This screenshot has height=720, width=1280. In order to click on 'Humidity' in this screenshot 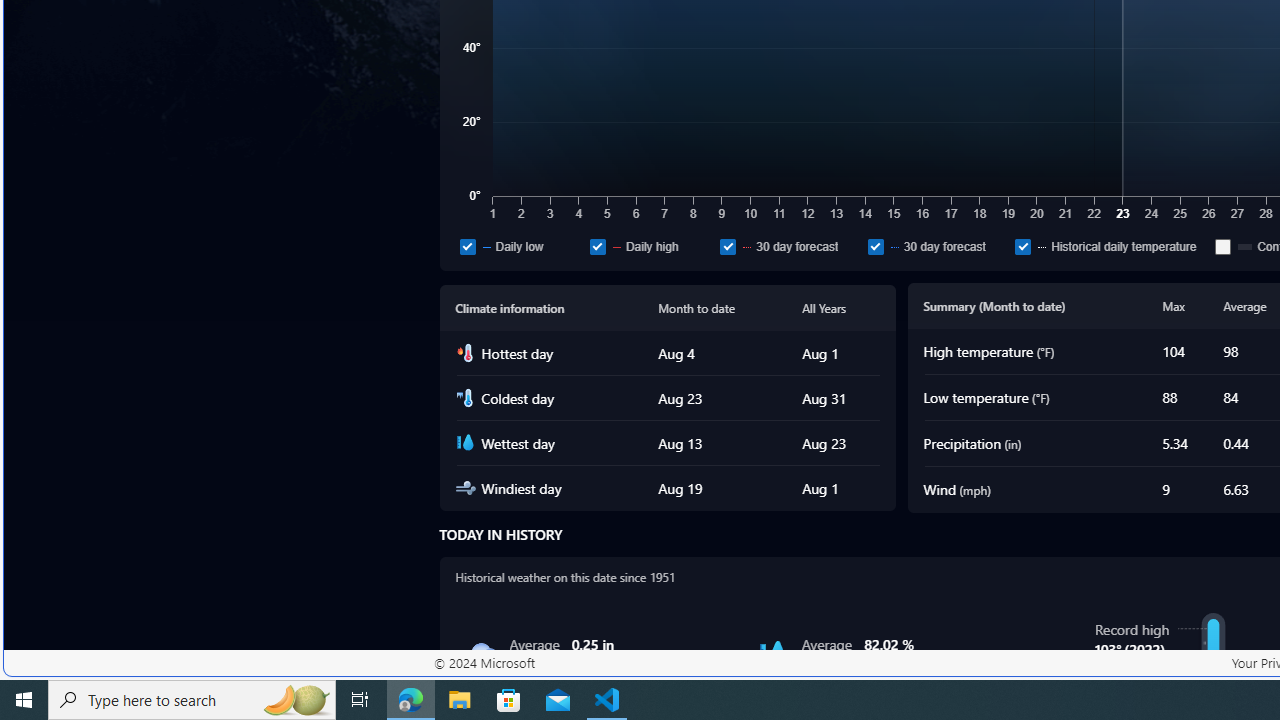, I will do `click(772, 654)`.